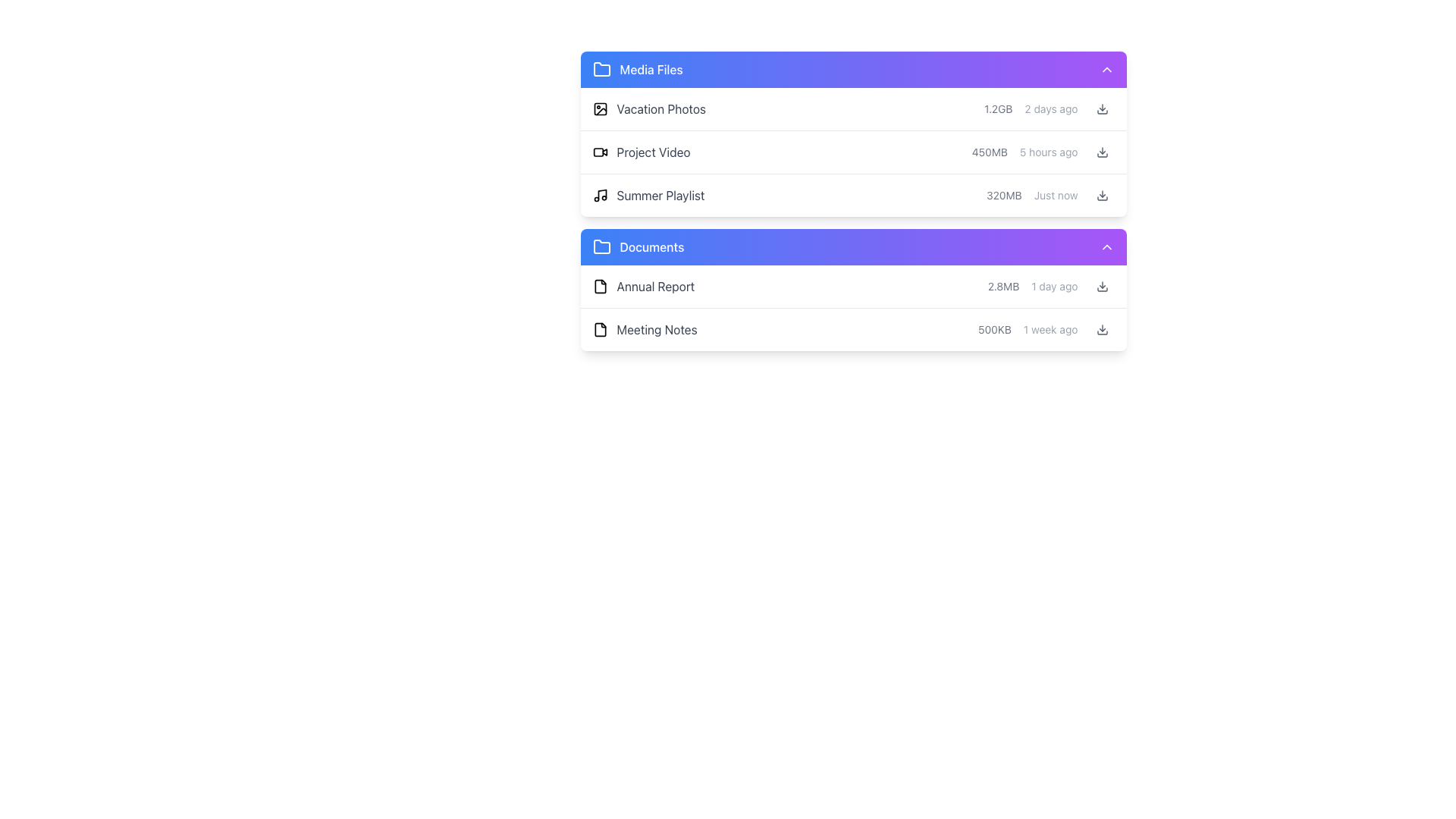 This screenshot has height=819, width=1456. Describe the element at coordinates (601, 246) in the screenshot. I see `the folder icon, which is vividly colored blue and located to the left of the 'Documents' label in the second section of the panel` at that location.